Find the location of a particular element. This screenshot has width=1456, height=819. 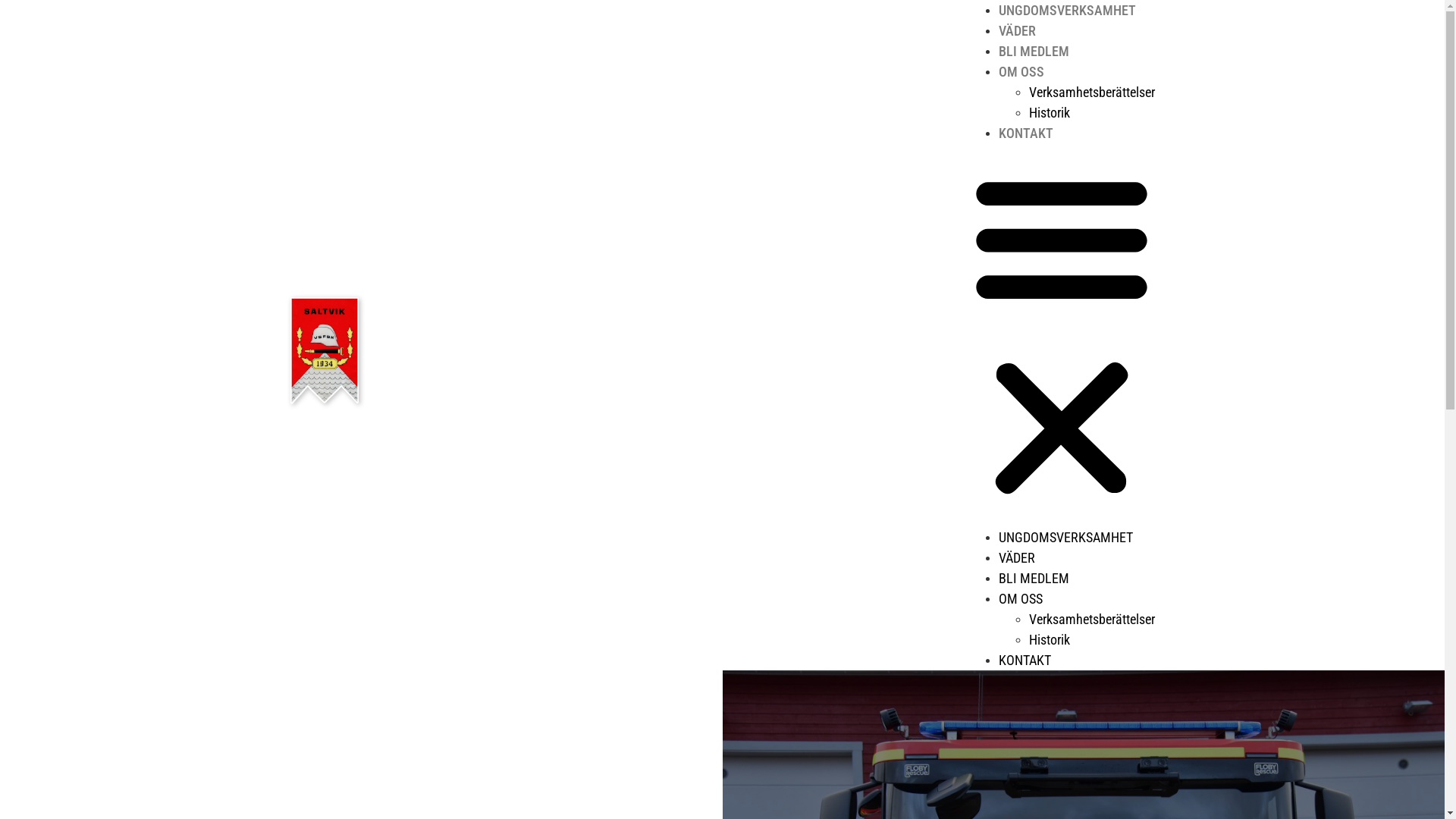

'UNGDOMSVERKSAMHET' is located at coordinates (1064, 536).